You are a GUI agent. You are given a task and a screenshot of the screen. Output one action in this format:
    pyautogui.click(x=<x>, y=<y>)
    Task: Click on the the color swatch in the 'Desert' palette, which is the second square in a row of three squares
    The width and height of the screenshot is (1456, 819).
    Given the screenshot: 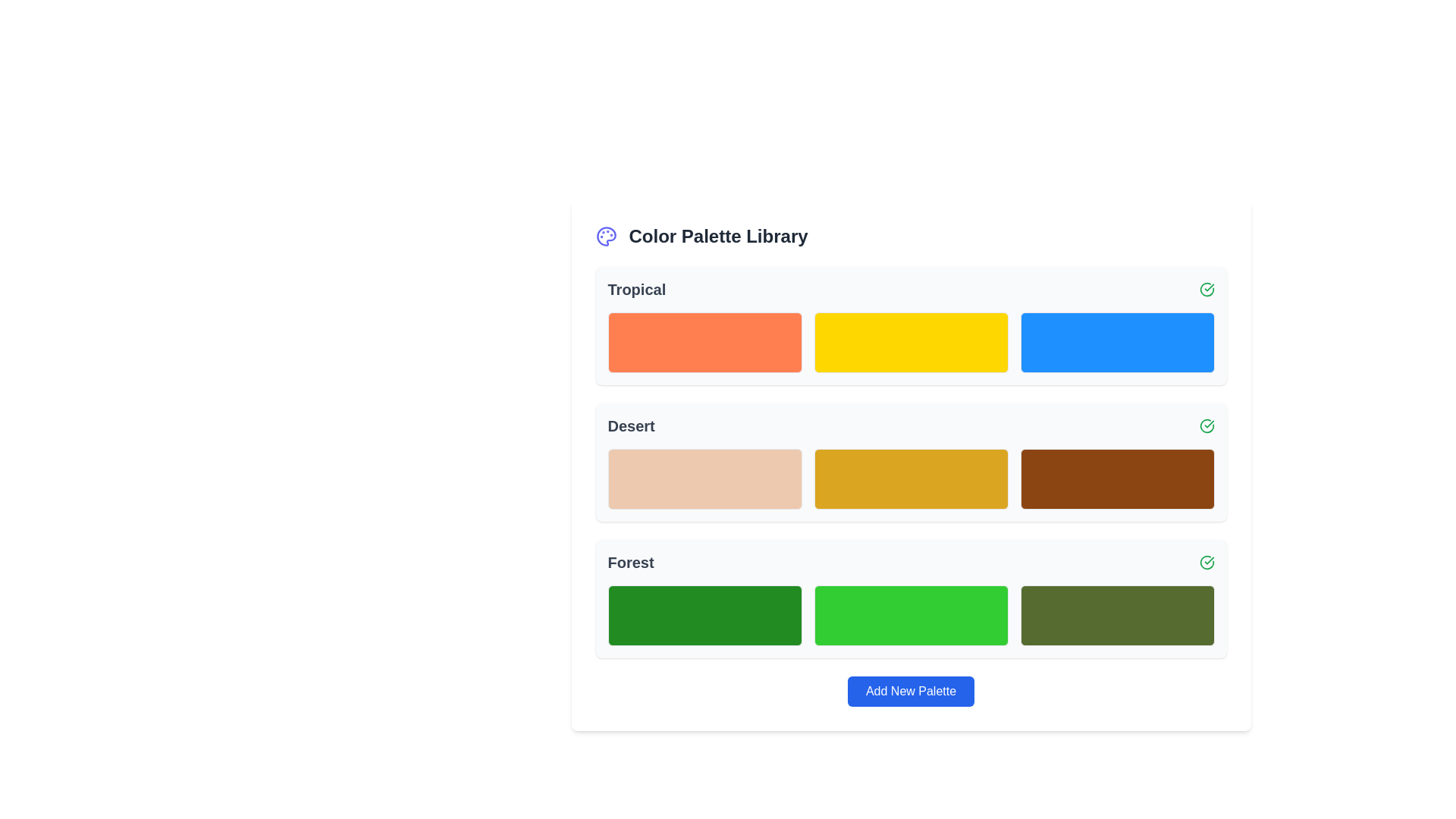 What is the action you would take?
    pyautogui.click(x=910, y=479)
    